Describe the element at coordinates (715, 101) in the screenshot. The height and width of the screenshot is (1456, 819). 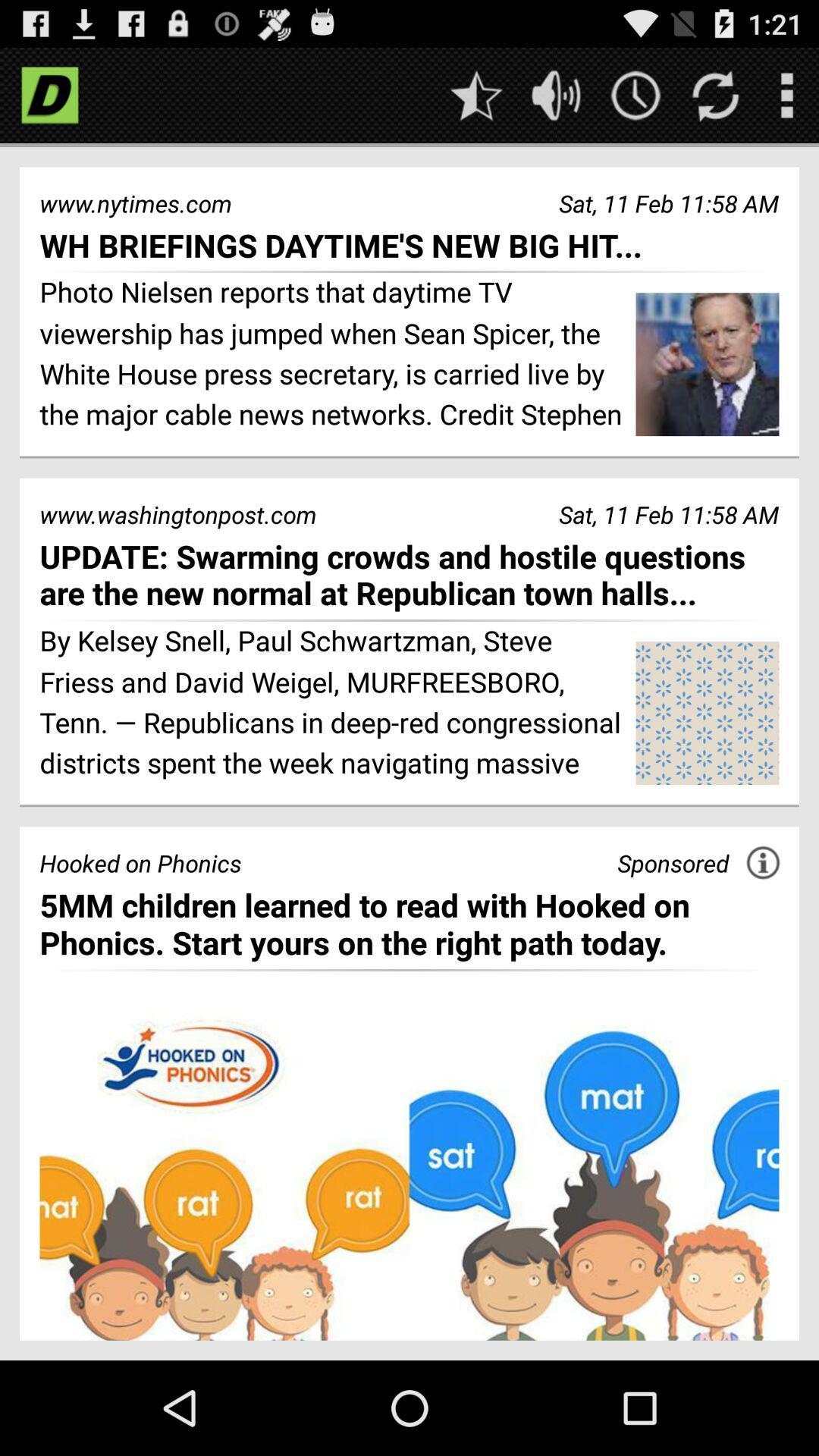
I see `the refresh icon` at that location.